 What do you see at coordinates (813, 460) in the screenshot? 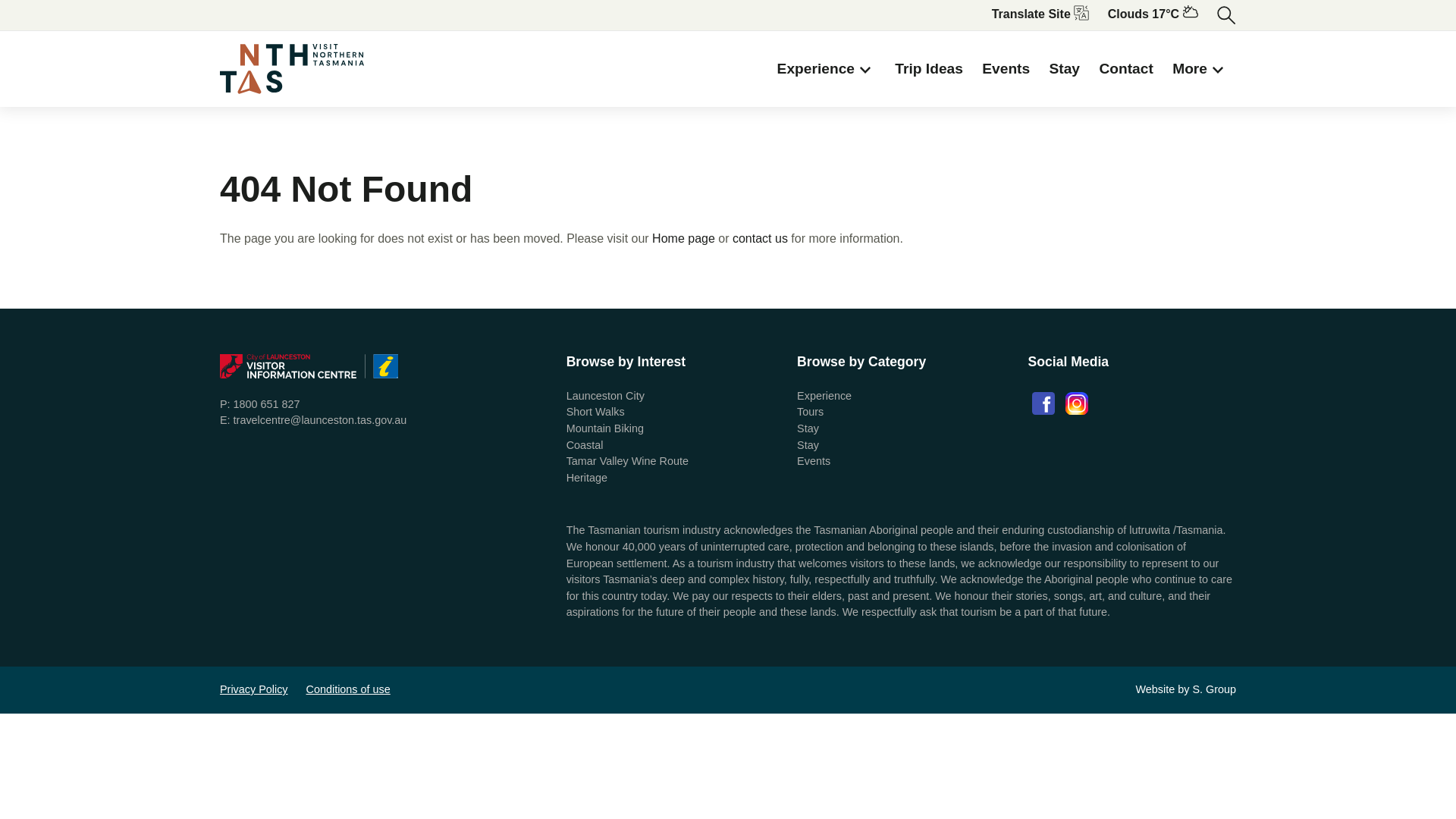
I see `'Events'` at bounding box center [813, 460].